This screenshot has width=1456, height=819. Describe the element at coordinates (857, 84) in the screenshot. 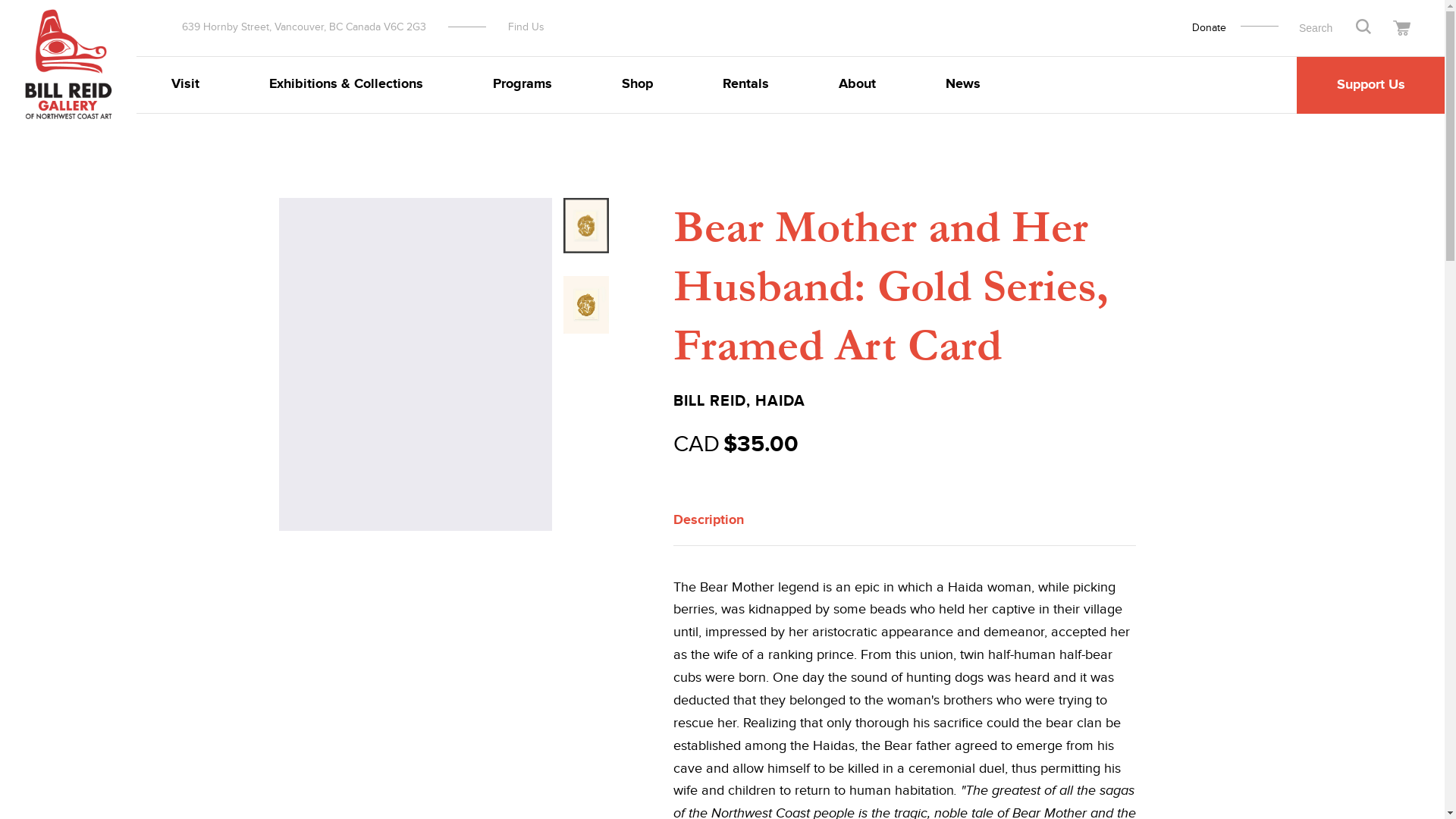

I see `'About'` at that location.